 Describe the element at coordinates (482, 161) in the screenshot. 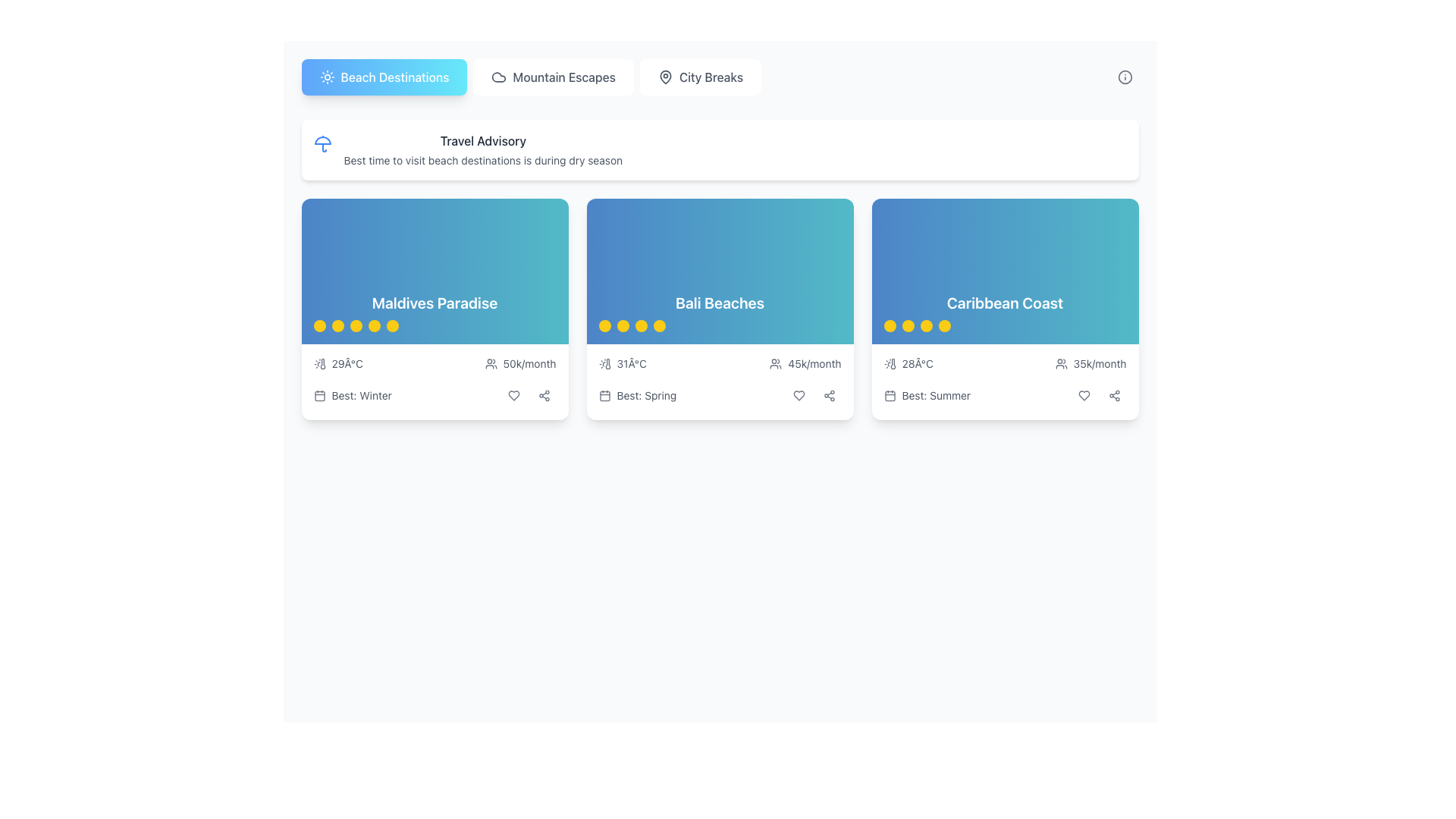

I see `the informational text that displays contextual advice related to beach destinations, located below the 'Travel Advisory' heading, to emphasize it` at that location.